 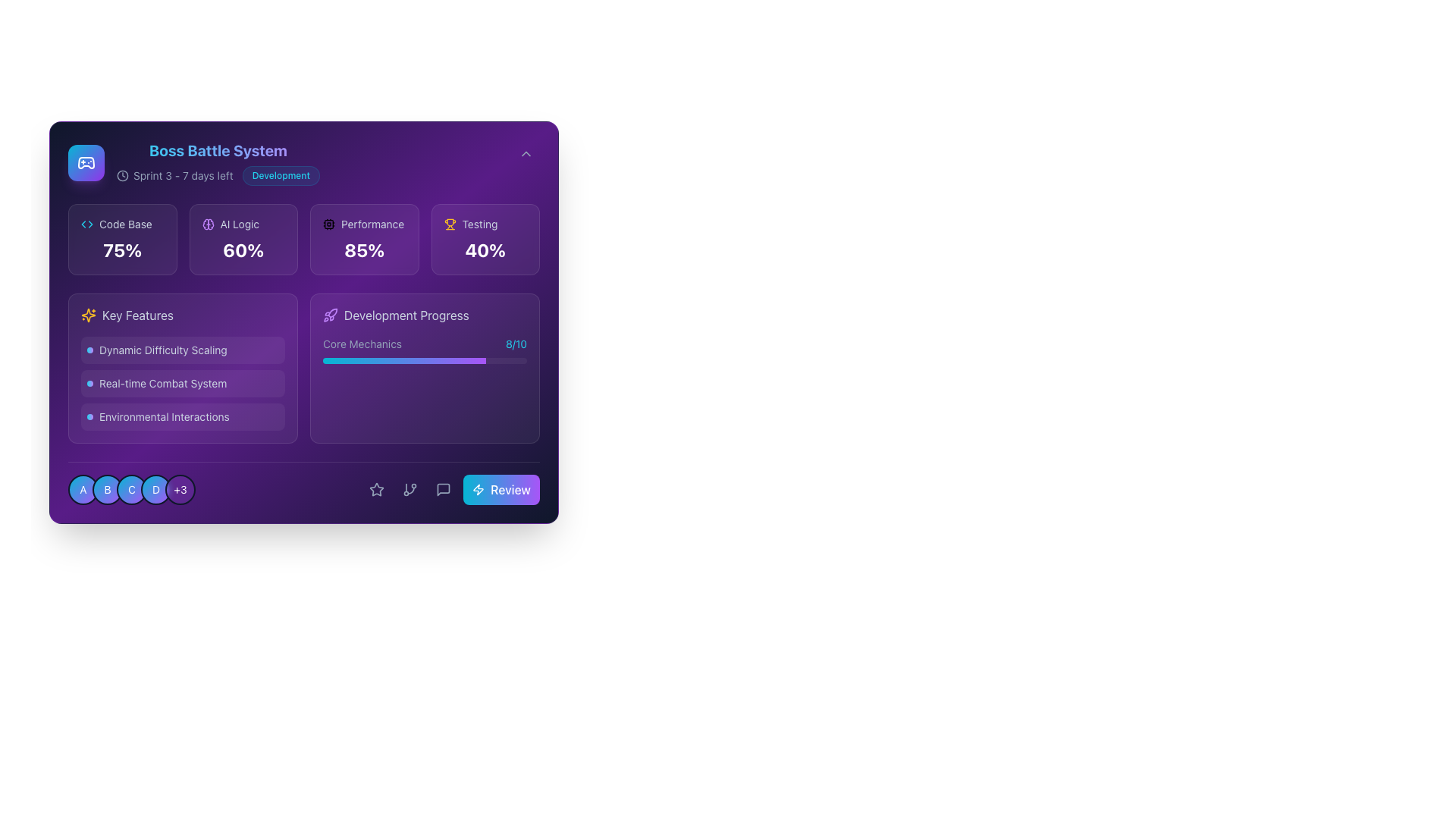 What do you see at coordinates (449, 222) in the screenshot?
I see `the trophy-like icon representing an award or achievement located in the 'Testing' section, positioned above the '40%' text and to the right of the section title` at bounding box center [449, 222].